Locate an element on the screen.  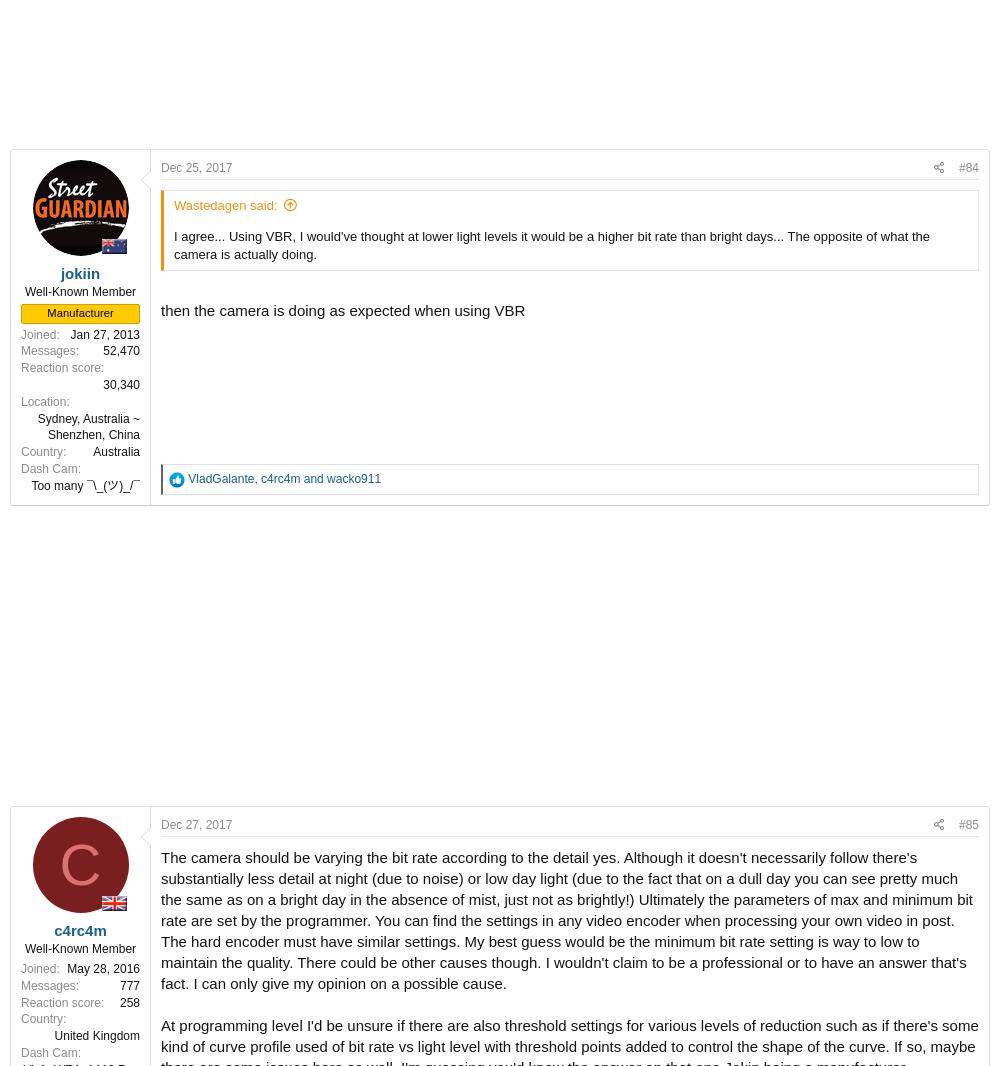
'52,470' is located at coordinates (102, 351).